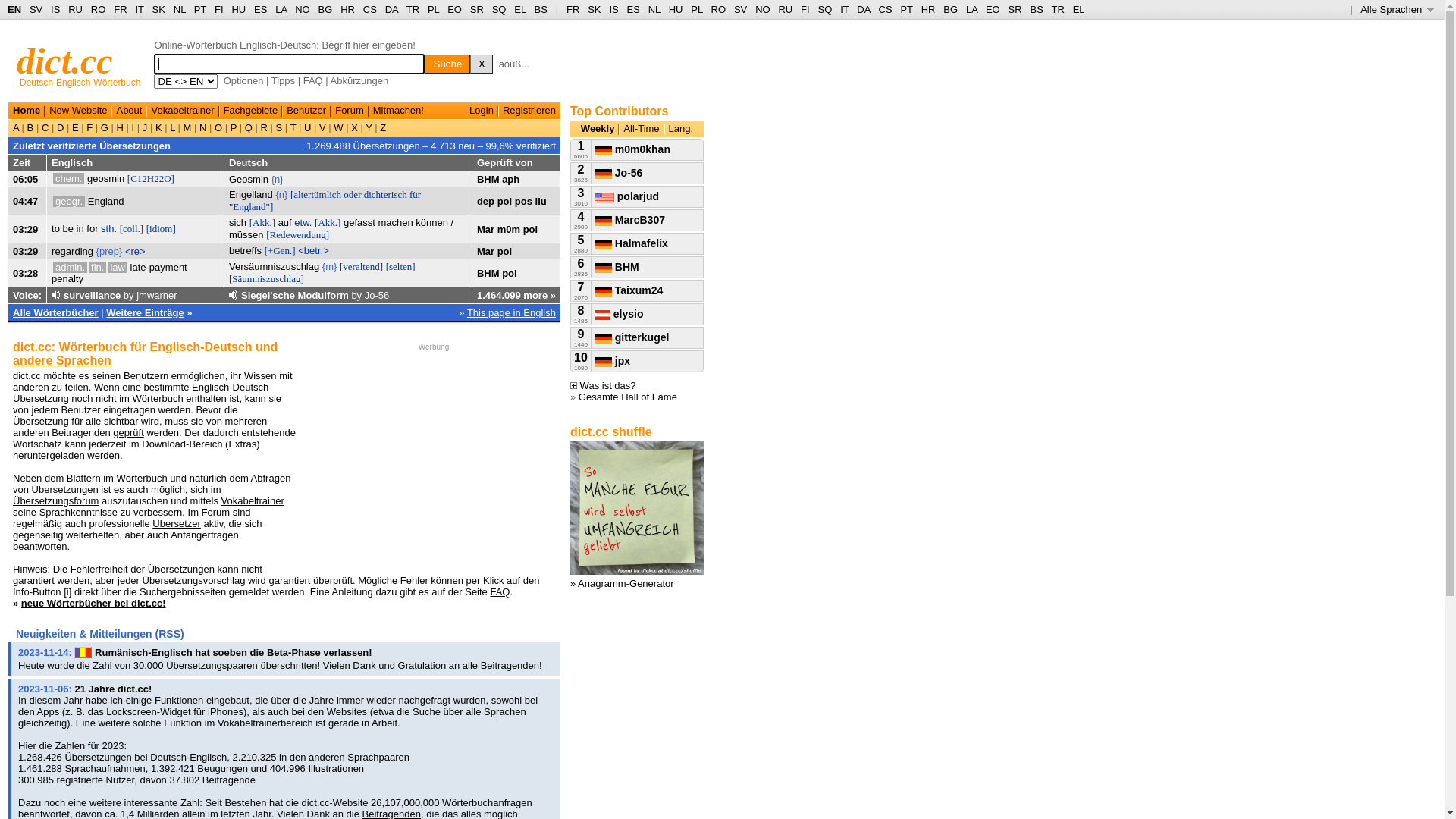  I want to click on 'O', so click(217, 127).